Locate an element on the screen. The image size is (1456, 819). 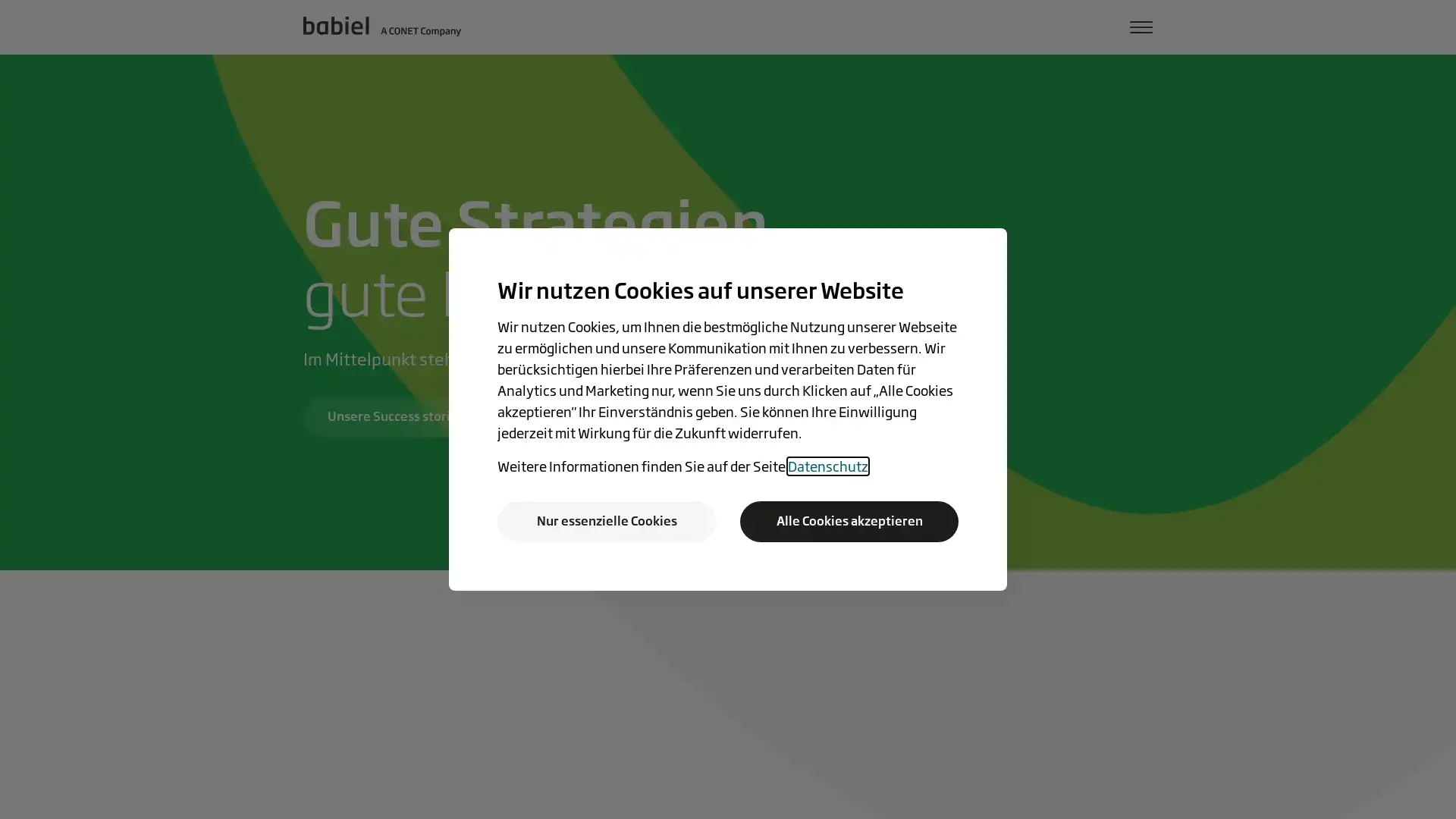
Nur essenzielle Cookies is located at coordinates (607, 520).